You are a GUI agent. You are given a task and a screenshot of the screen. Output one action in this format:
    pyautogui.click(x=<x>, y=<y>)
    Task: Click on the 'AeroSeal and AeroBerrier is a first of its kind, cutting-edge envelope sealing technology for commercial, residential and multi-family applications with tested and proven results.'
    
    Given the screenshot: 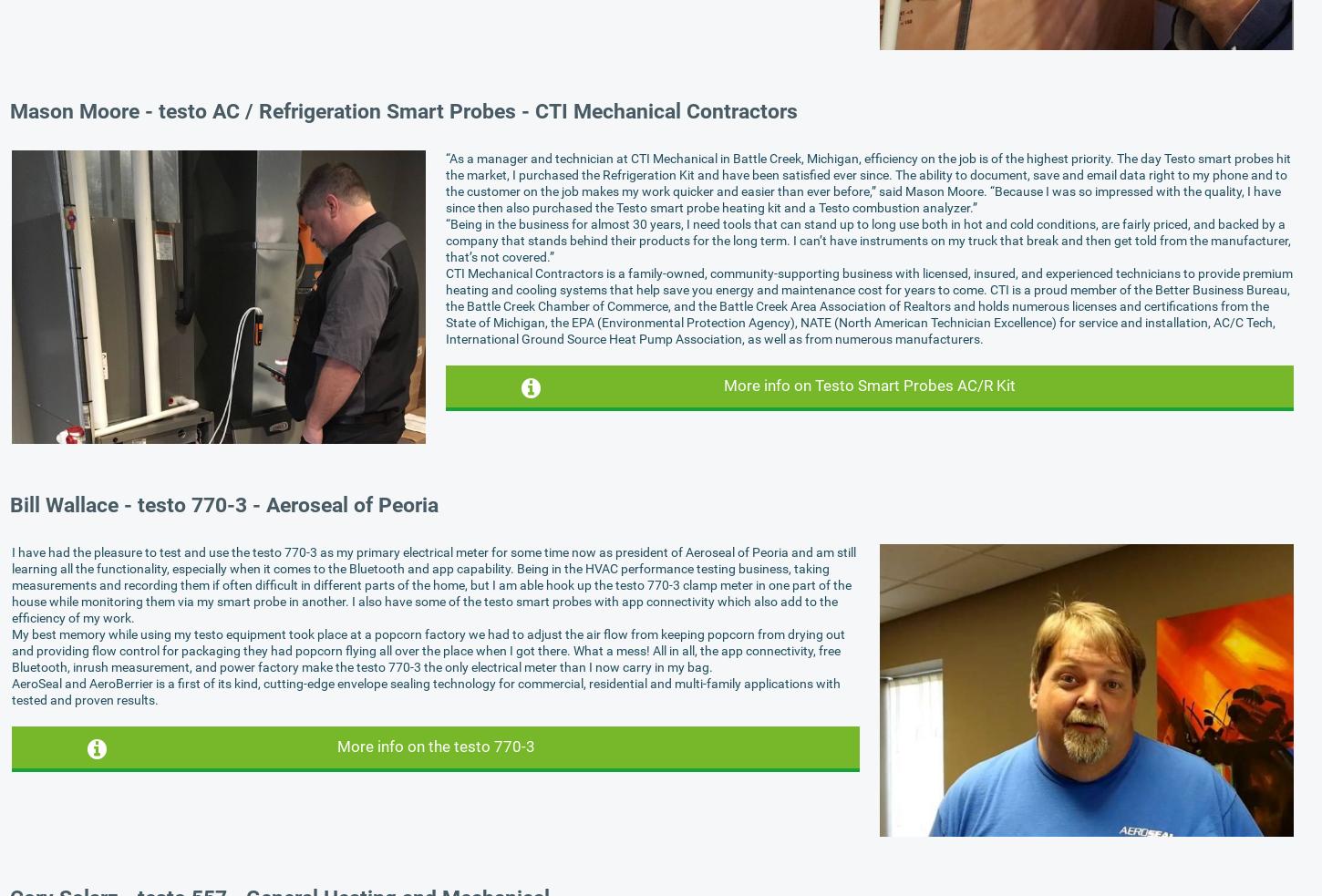 What is the action you would take?
    pyautogui.click(x=425, y=690)
    